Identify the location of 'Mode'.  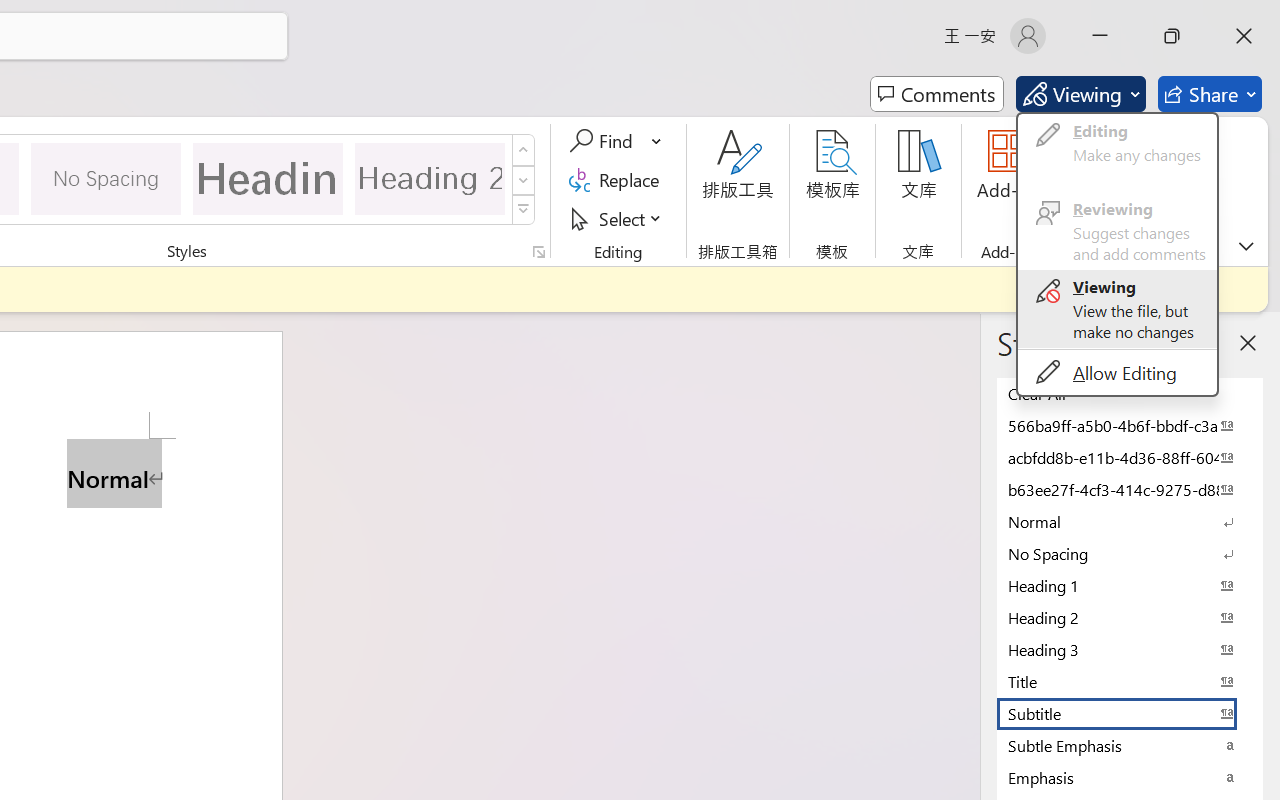
(1079, 94).